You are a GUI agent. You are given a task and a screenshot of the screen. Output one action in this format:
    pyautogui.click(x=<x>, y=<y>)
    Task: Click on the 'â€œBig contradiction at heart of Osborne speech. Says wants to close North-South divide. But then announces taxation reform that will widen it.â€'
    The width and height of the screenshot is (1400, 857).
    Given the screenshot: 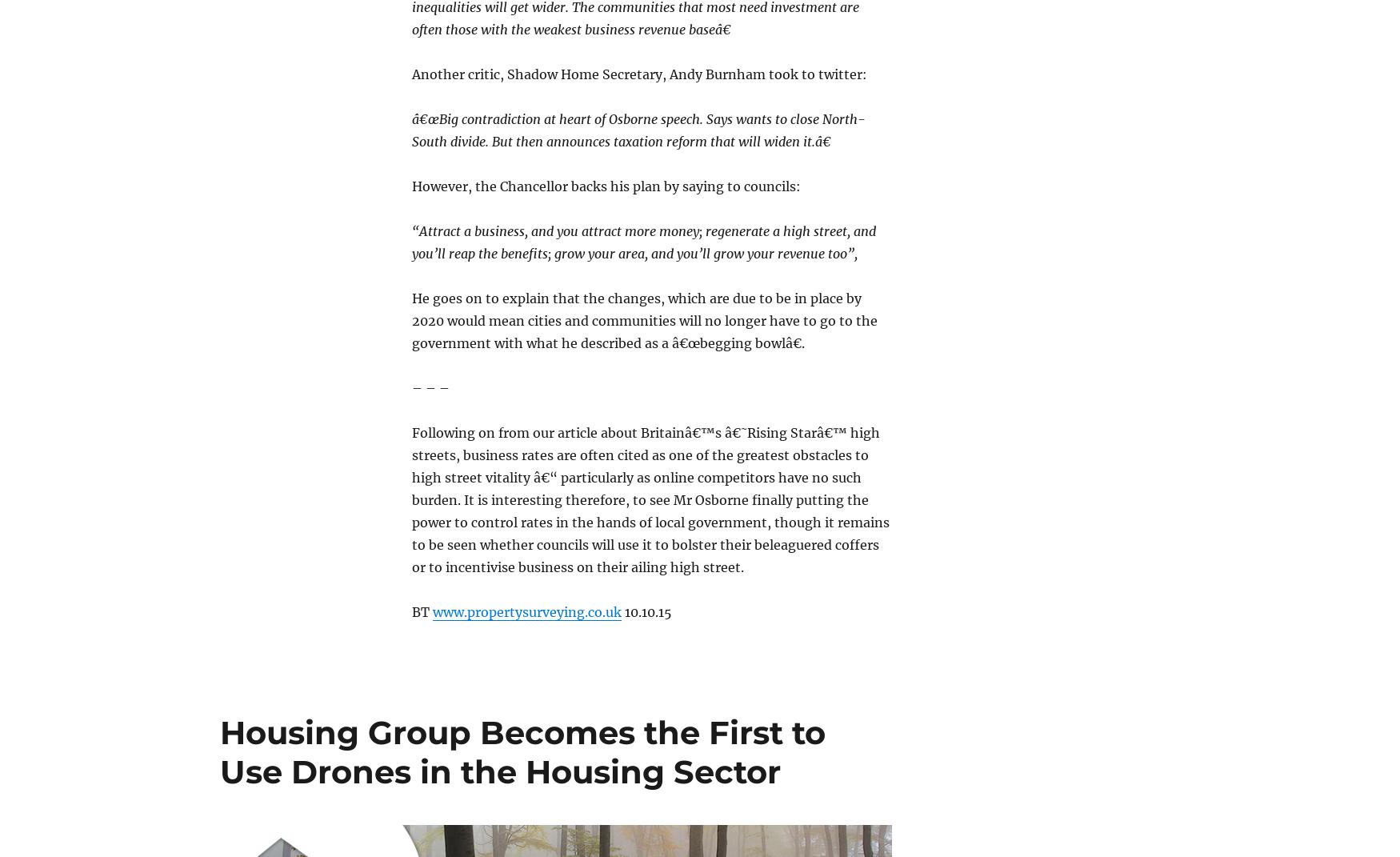 What is the action you would take?
    pyautogui.click(x=638, y=129)
    